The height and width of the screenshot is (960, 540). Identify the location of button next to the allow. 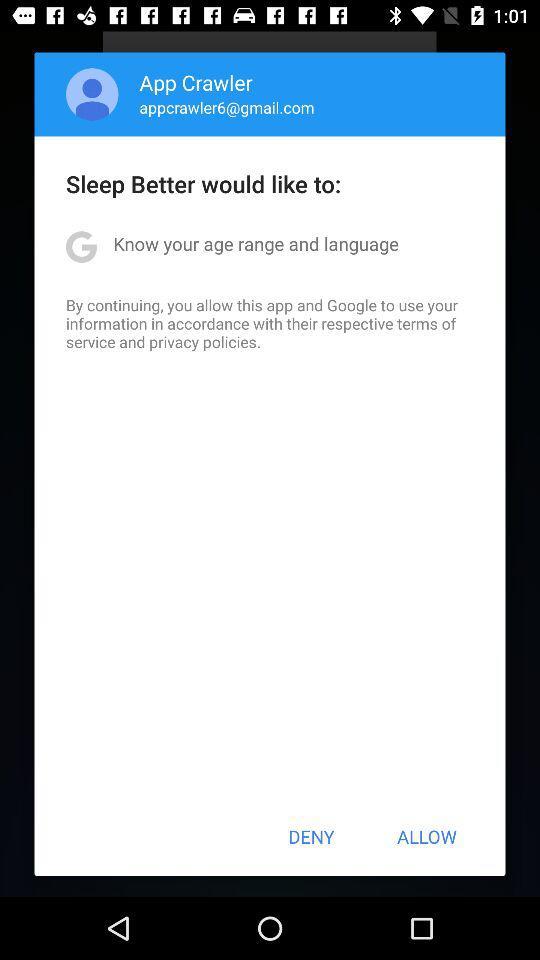
(311, 836).